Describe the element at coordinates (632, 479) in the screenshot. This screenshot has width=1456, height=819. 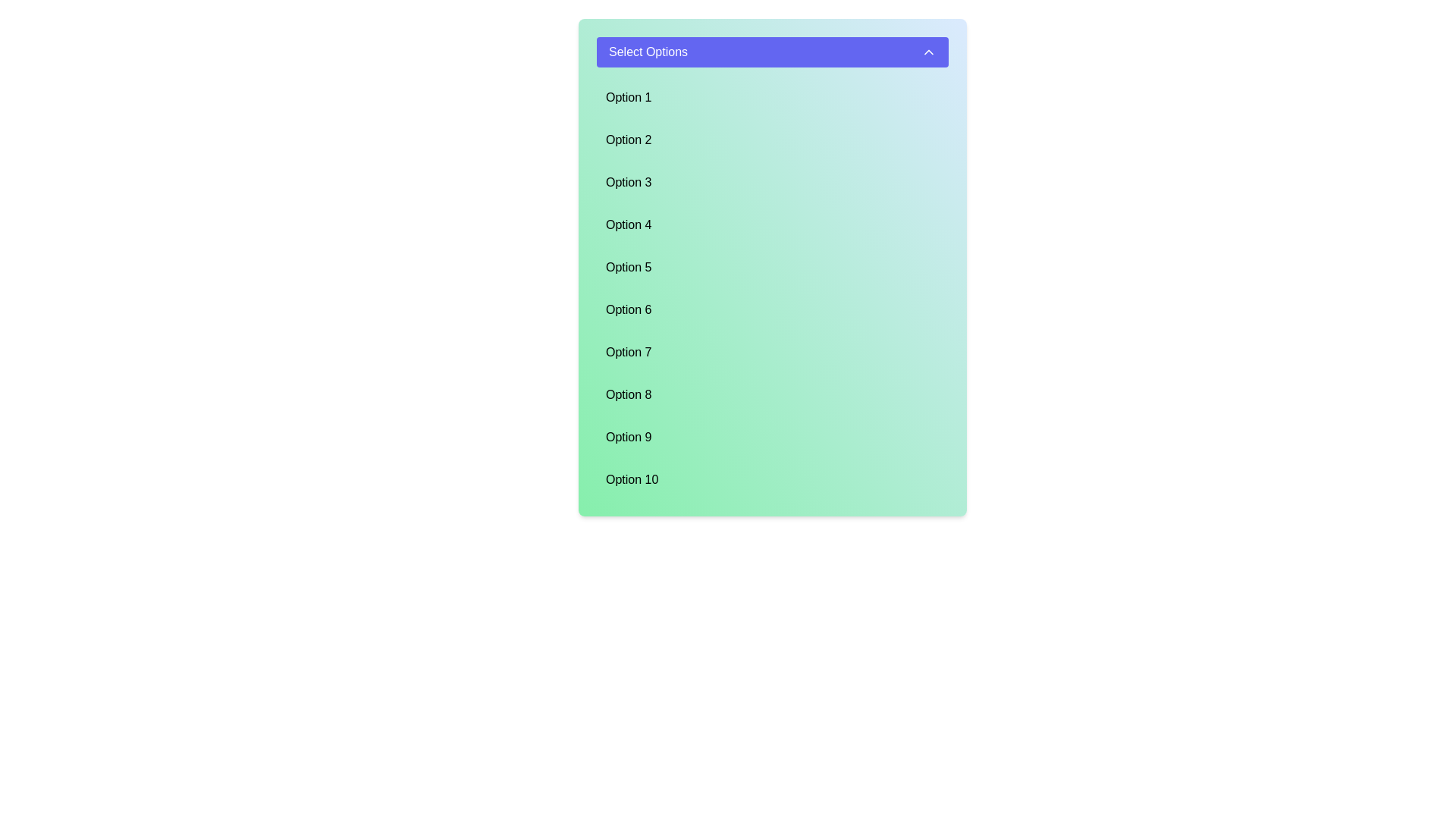
I see `the text label reading 'Option 10' located at the bottom center of the green rectangular dropdown menu` at that location.